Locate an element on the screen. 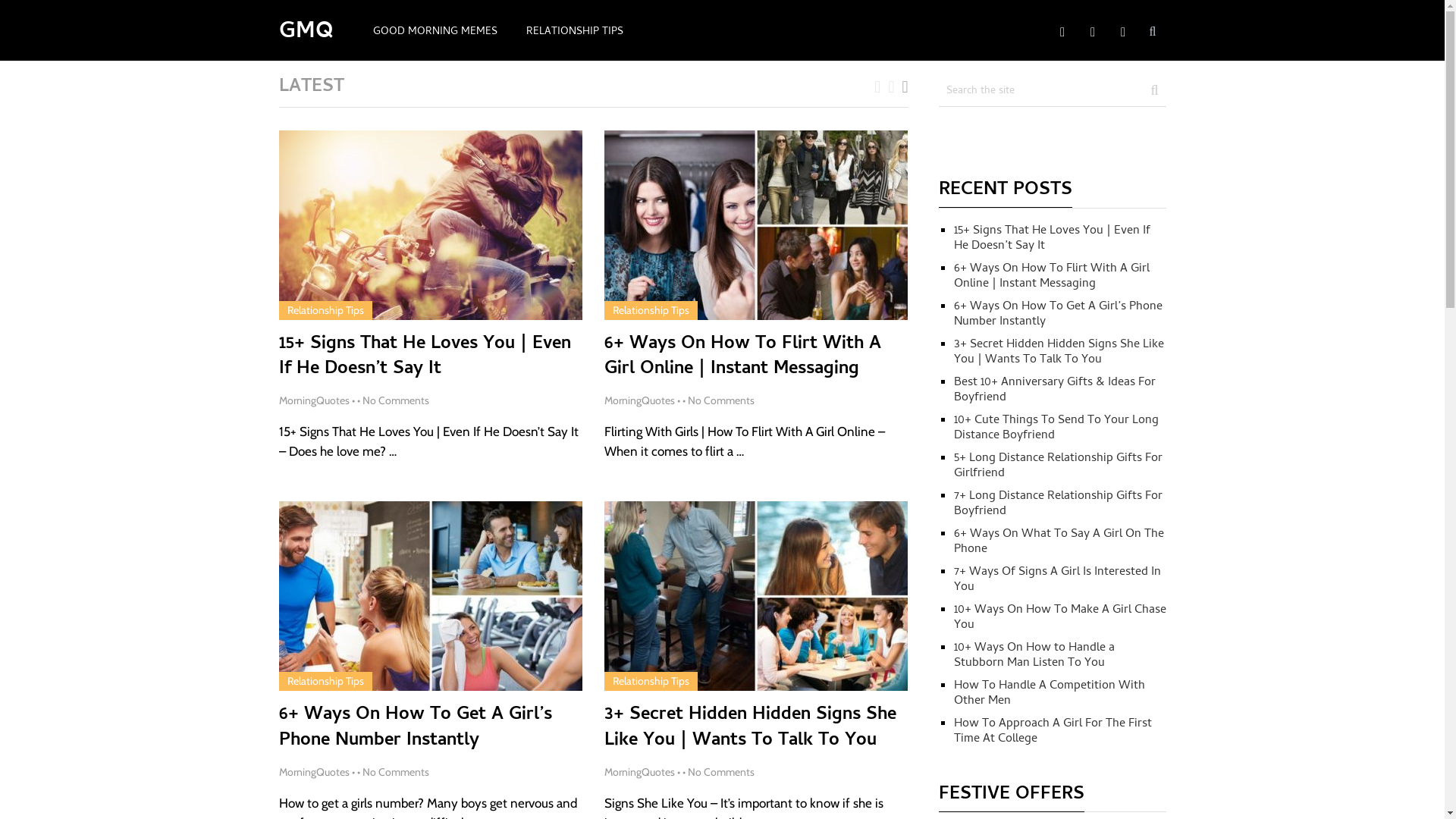 The height and width of the screenshot is (819, 1456). '10+ Ways On How To Make A Girl Chase You' is located at coordinates (1059, 617).